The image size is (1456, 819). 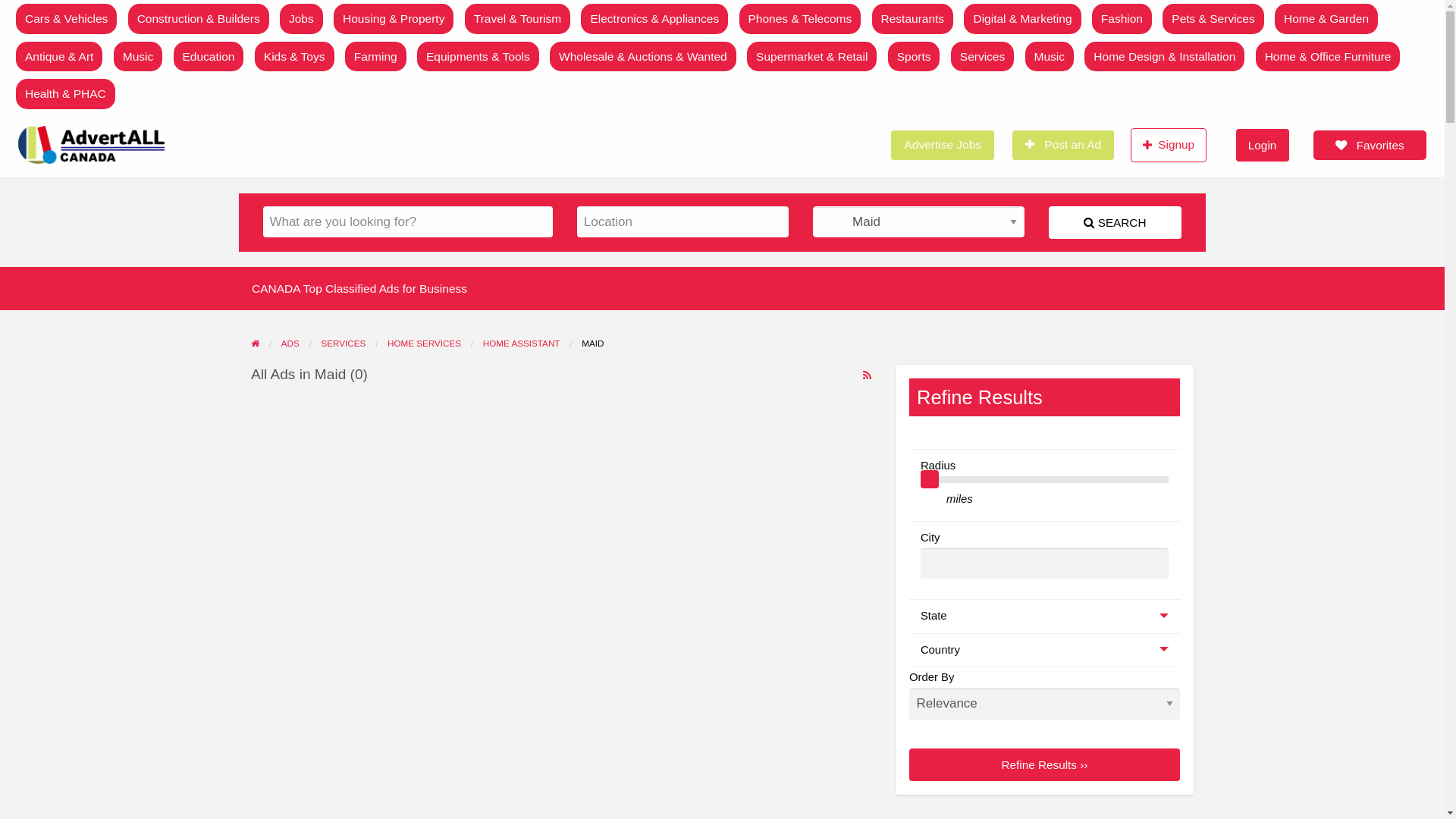 I want to click on 'Digital & Marketing', so click(x=1022, y=18).